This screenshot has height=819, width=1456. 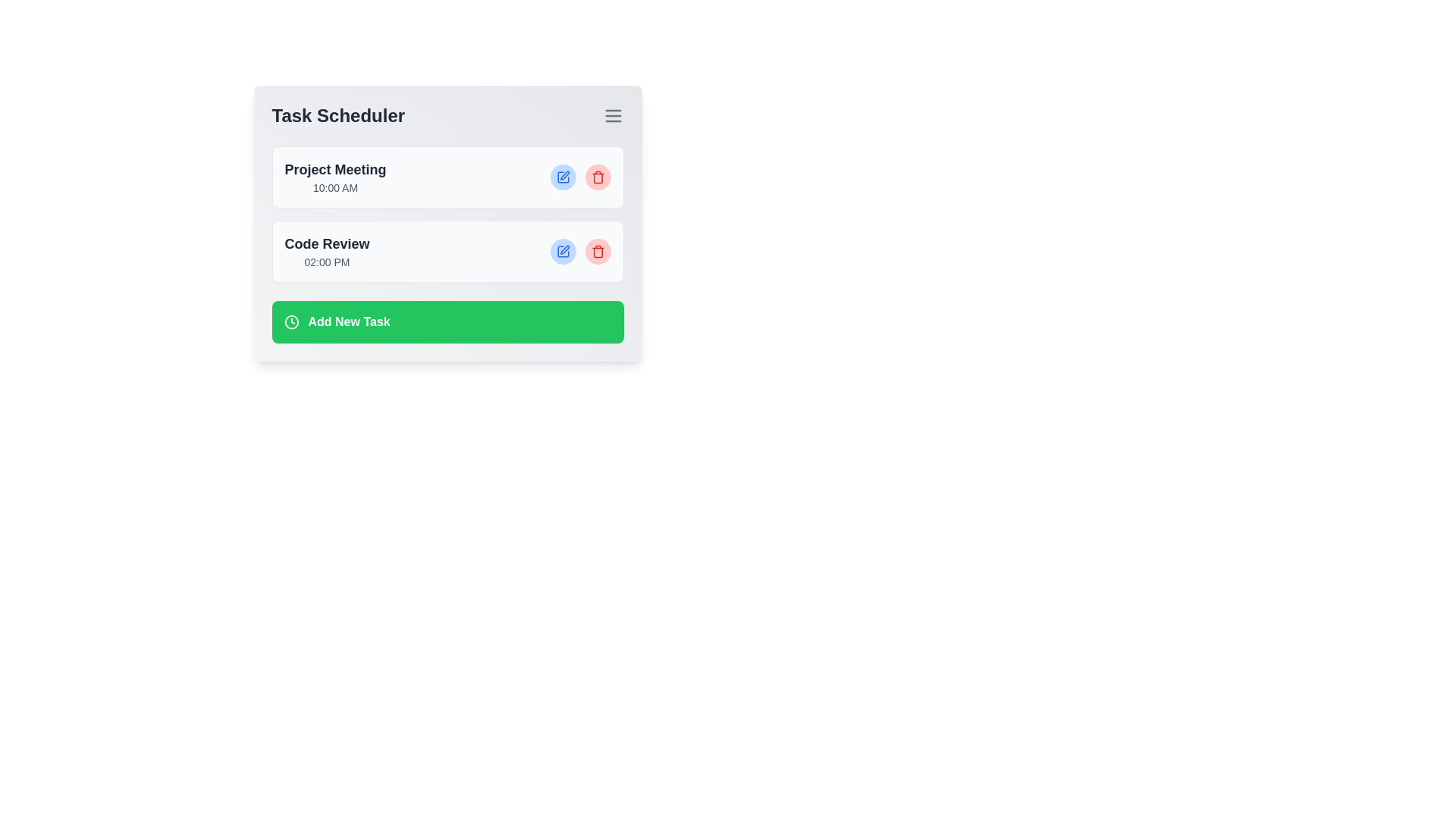 I want to click on text label displaying 'Project Meeting' which is bold and large, located at the top-left of the task scheduler interface, so click(x=334, y=169).